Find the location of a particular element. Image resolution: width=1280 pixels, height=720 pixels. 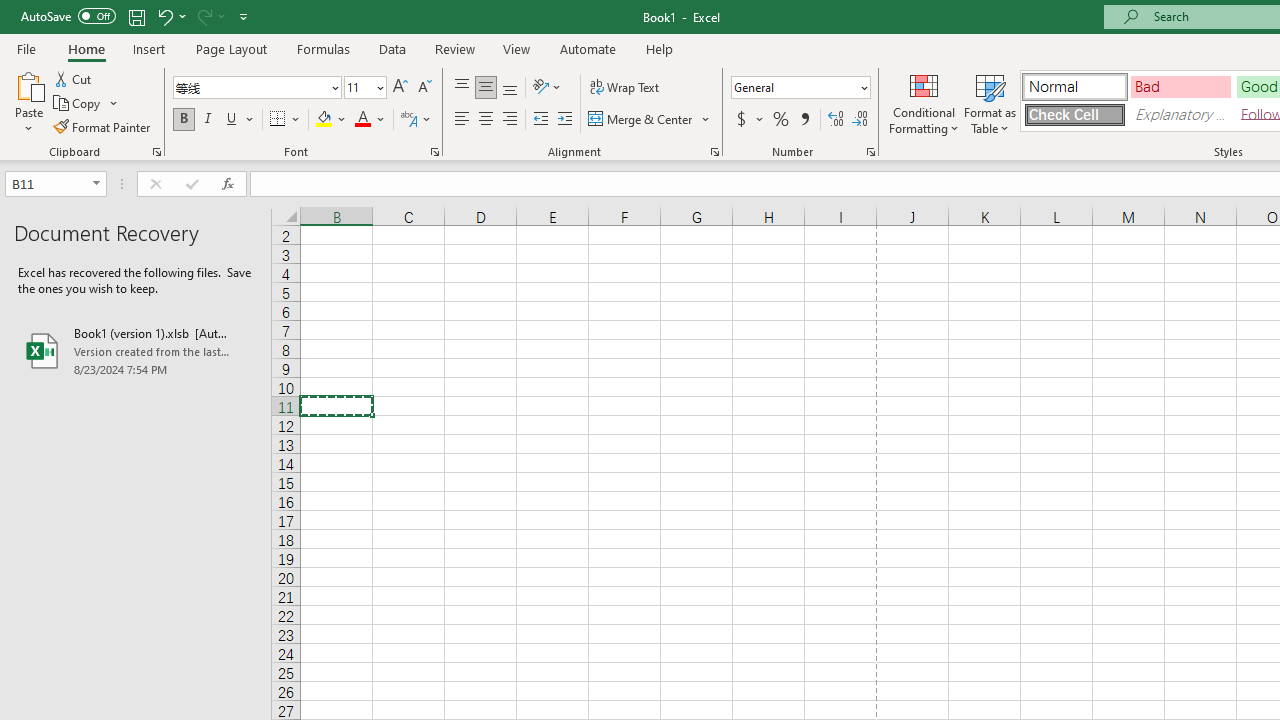

'Fill Color' is located at coordinates (331, 119).